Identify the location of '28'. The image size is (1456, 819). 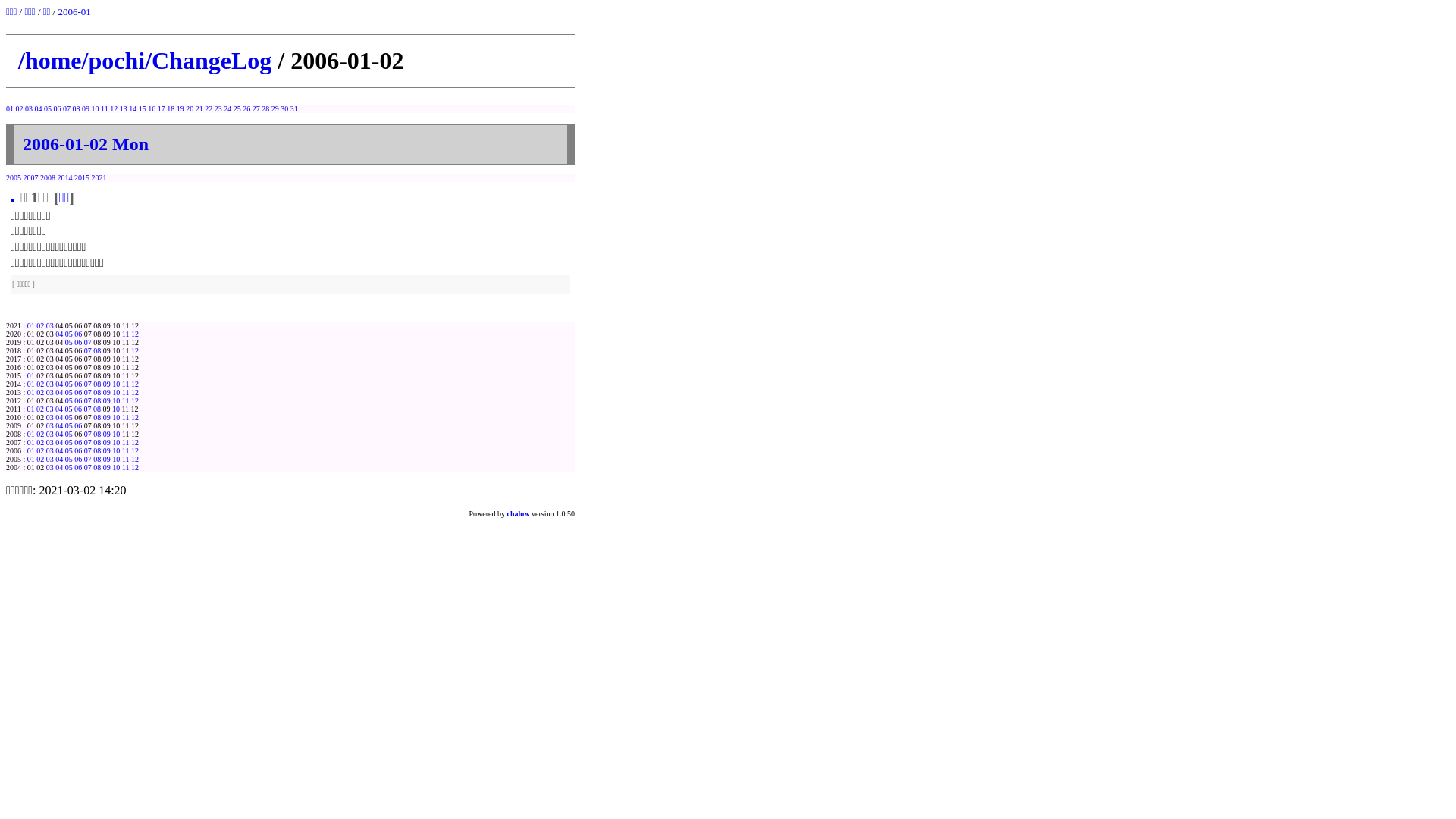
(265, 108).